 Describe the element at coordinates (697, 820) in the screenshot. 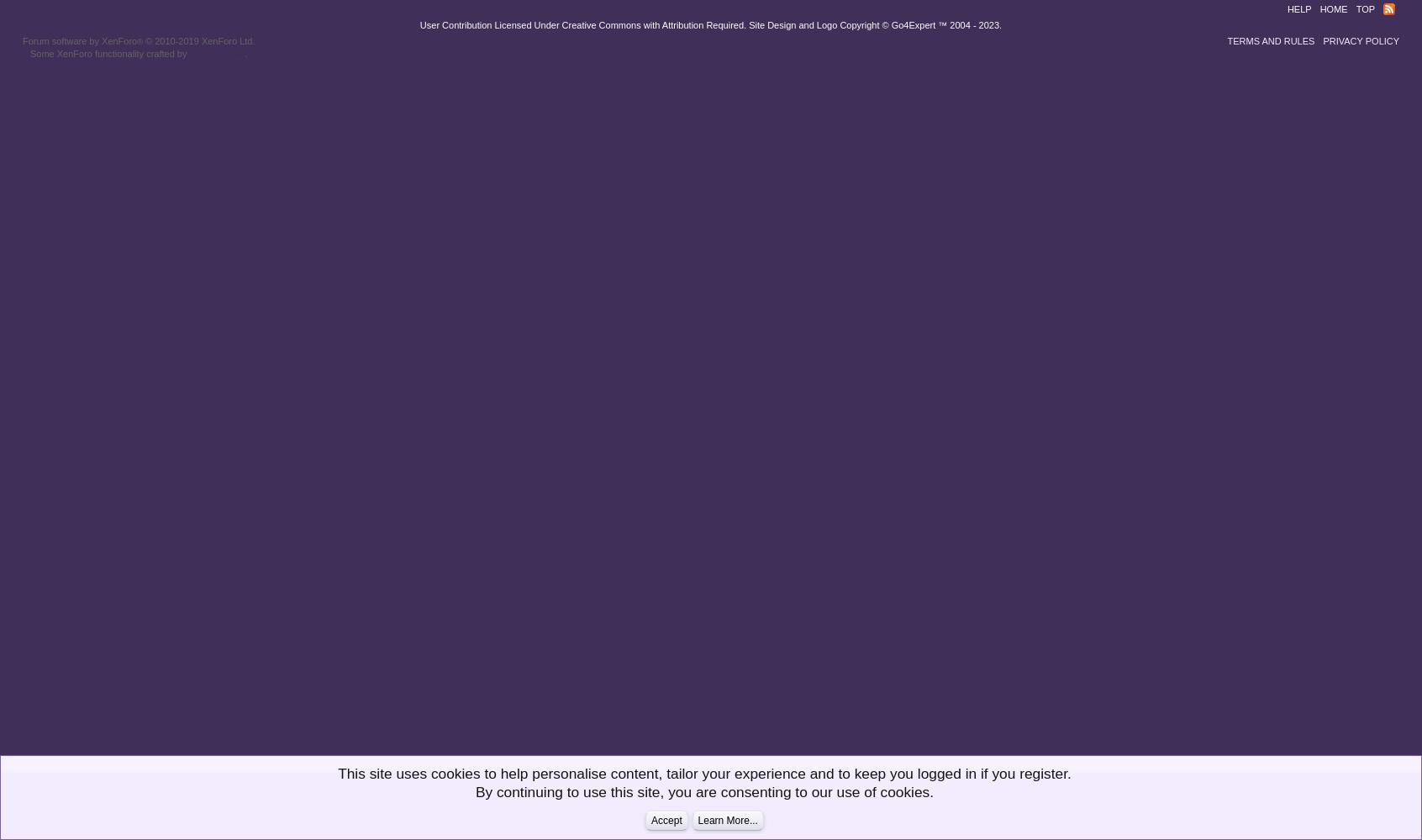

I see `'Learn More...'` at that location.